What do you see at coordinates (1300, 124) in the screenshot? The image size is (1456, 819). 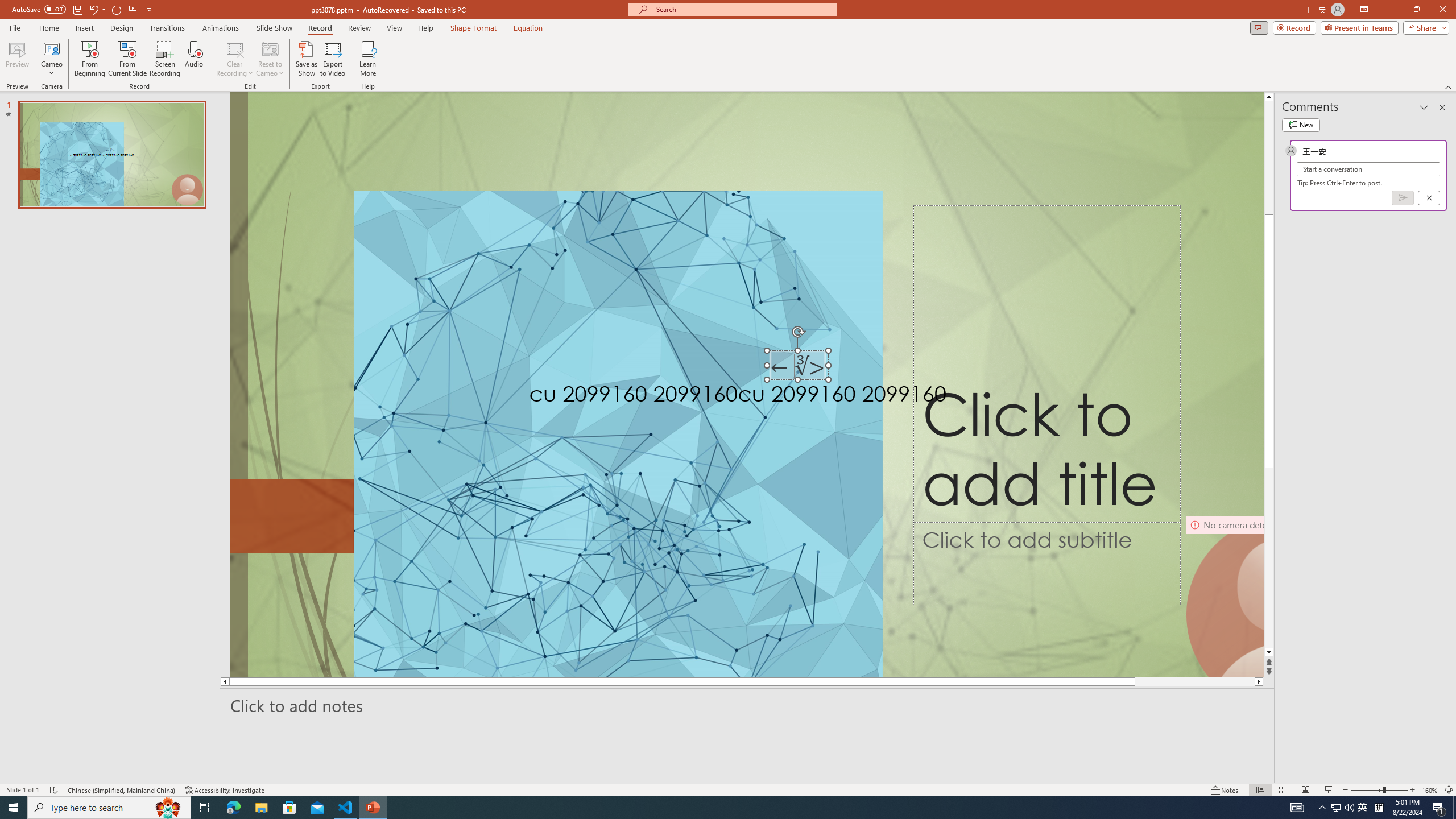 I see `'New comment'` at bounding box center [1300, 124].